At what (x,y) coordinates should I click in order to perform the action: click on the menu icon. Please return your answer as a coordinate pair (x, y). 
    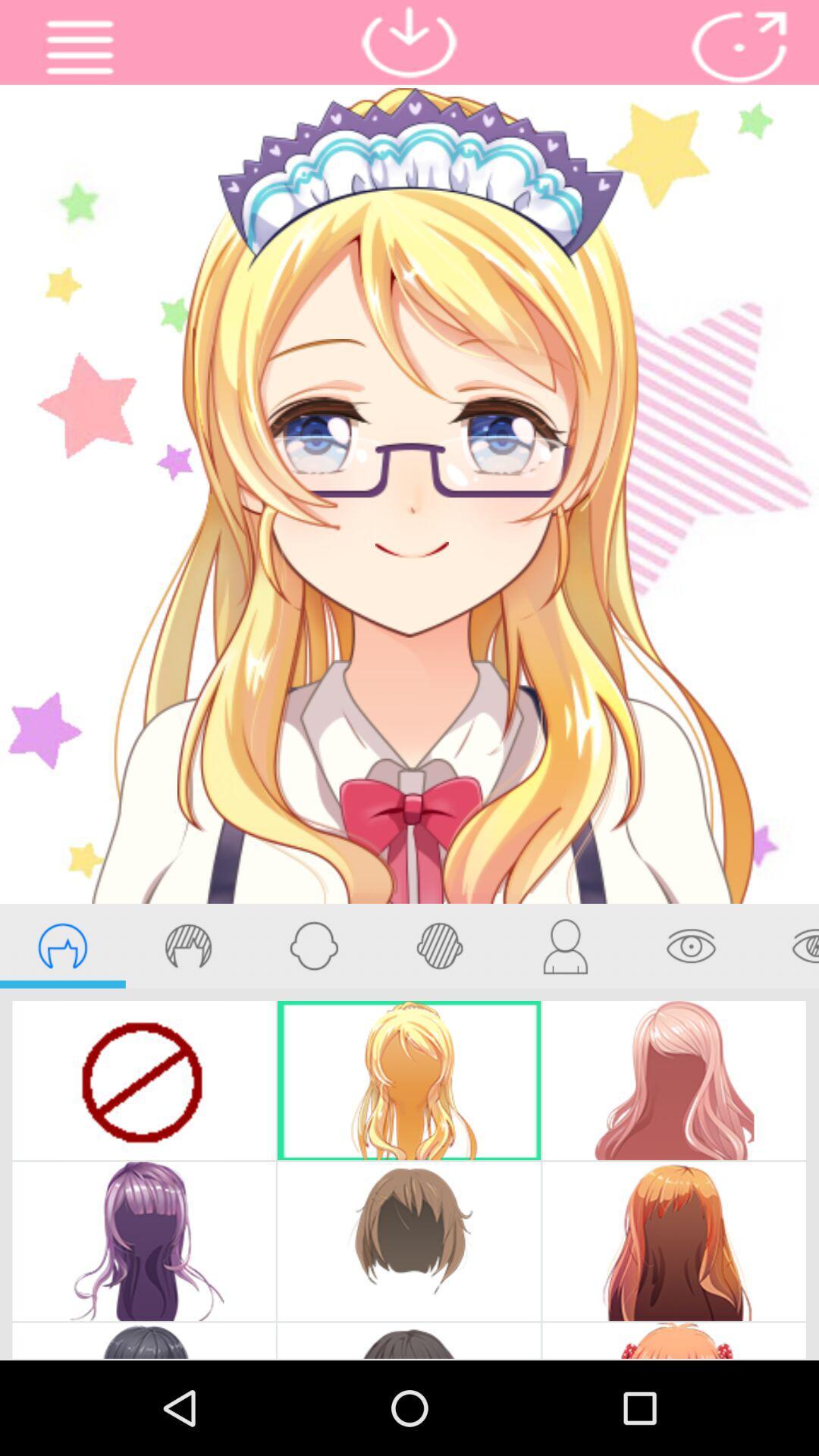
    Looking at the image, I should click on (80, 51).